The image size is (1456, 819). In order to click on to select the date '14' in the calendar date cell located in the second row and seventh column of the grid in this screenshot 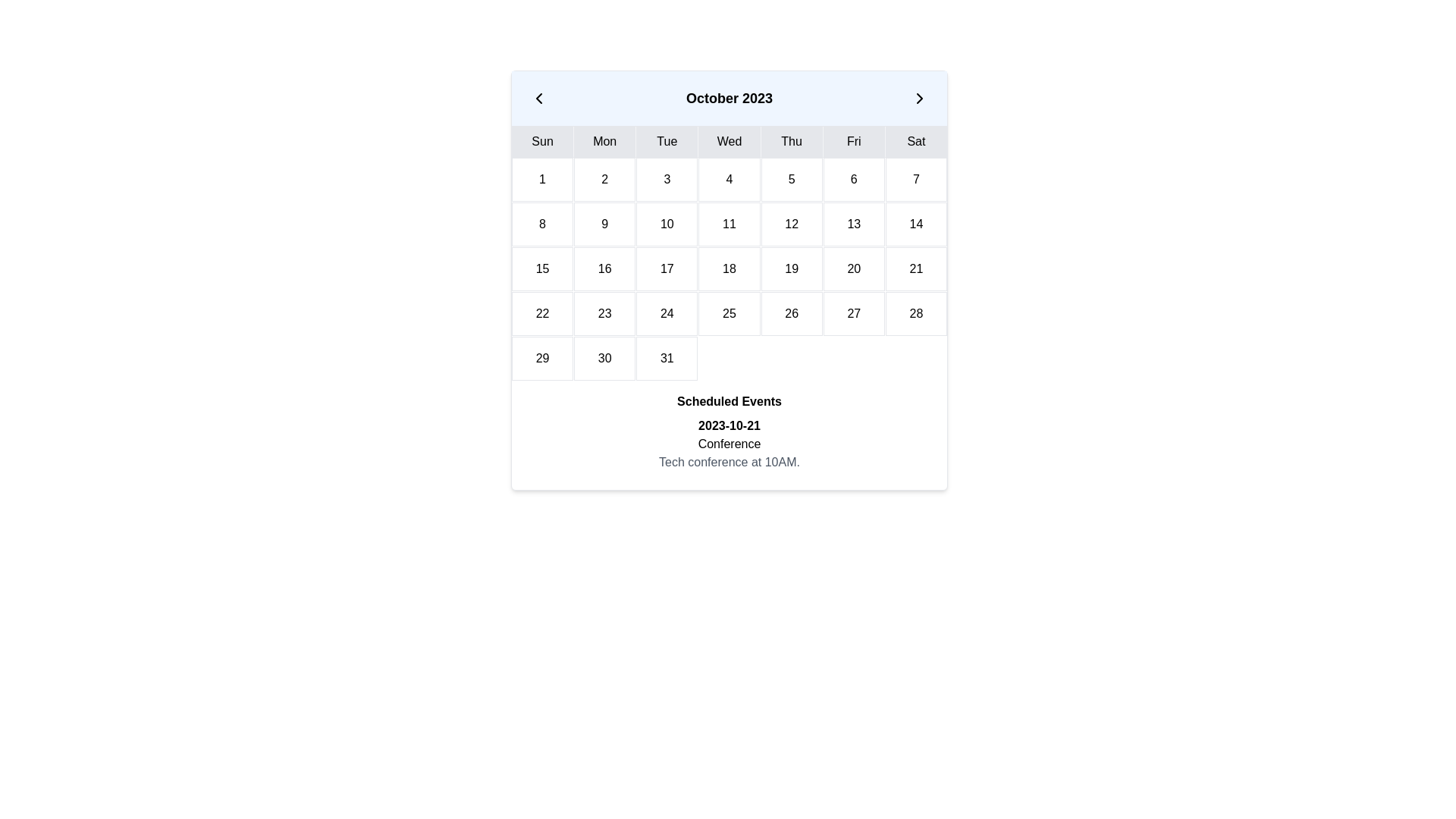, I will do `click(915, 224)`.